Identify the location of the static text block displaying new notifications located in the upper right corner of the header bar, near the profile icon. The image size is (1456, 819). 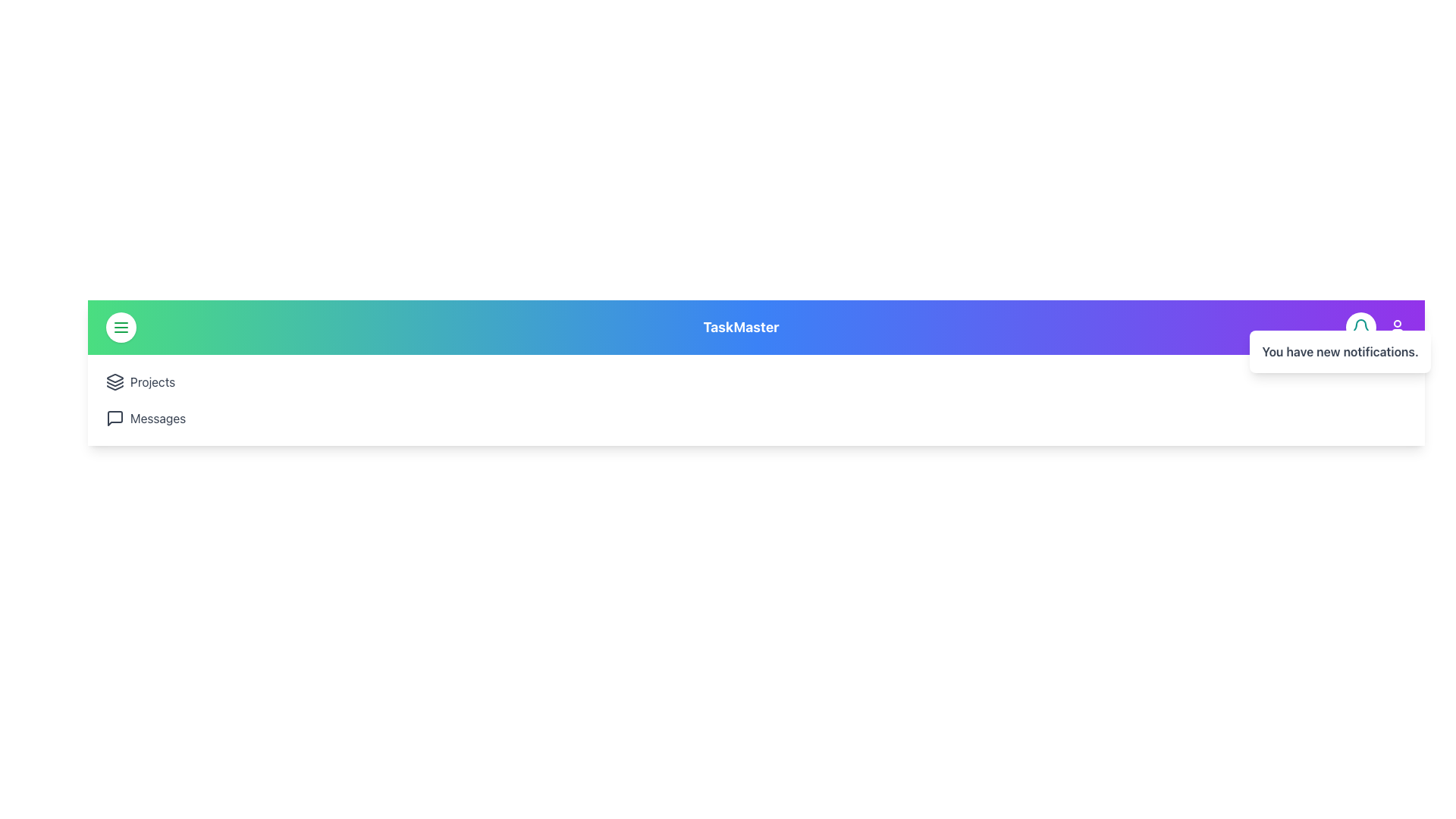
(1340, 351).